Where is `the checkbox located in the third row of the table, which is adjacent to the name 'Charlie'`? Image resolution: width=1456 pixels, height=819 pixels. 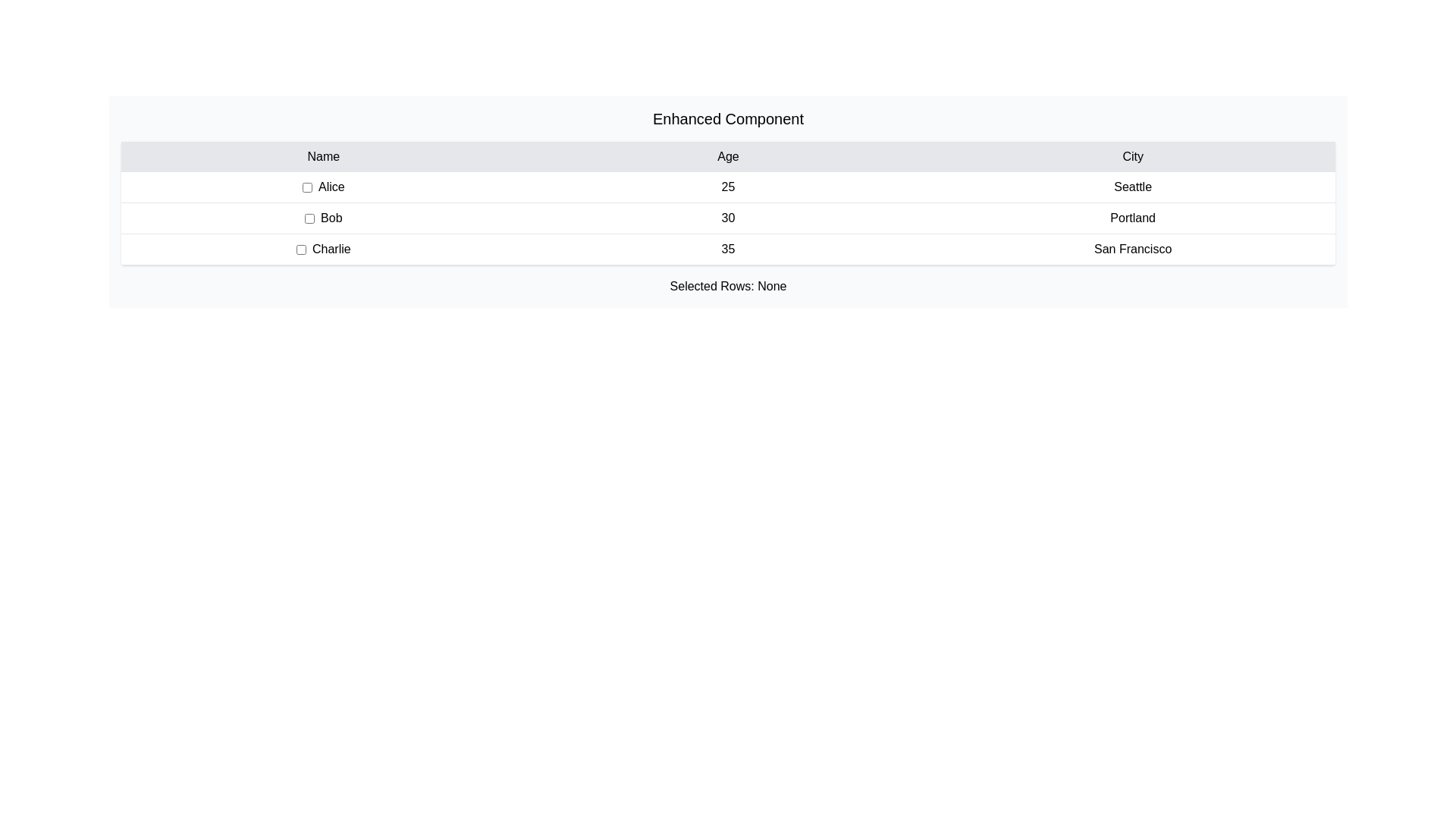 the checkbox located in the third row of the table, which is adjacent to the name 'Charlie' is located at coordinates (301, 248).